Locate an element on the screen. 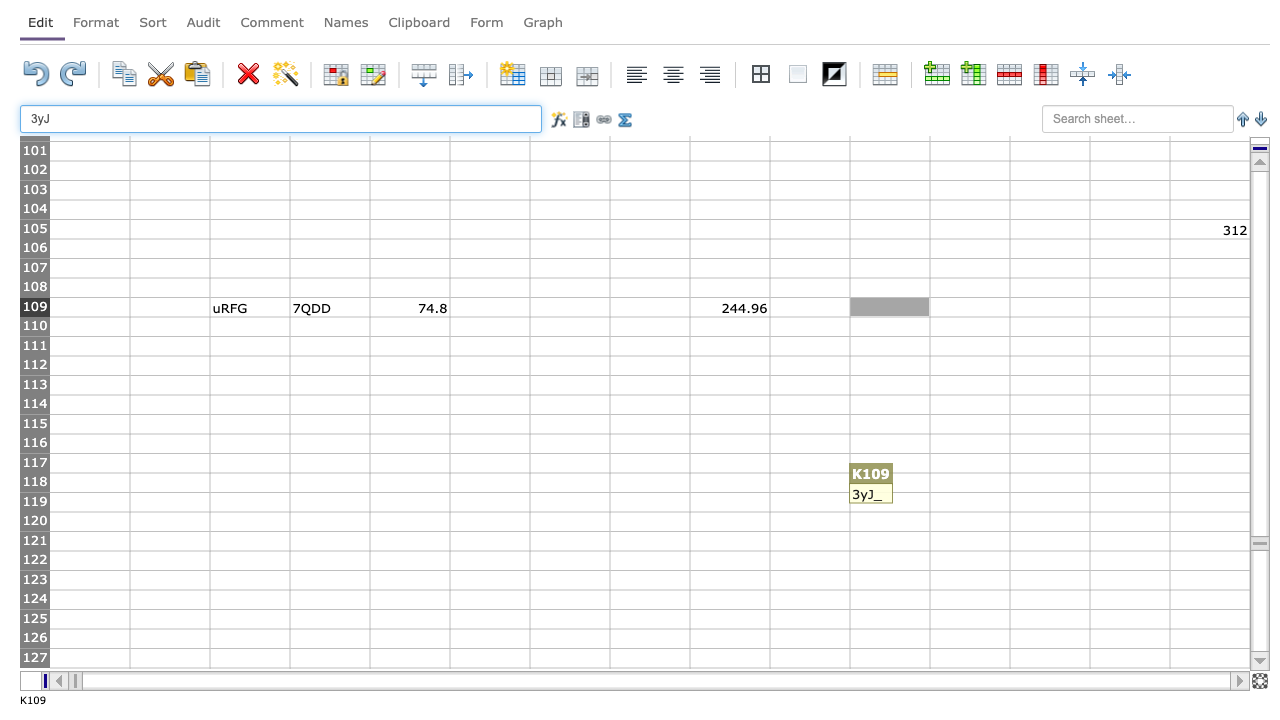 The image size is (1280, 720). C L119 is located at coordinates (969, 501).